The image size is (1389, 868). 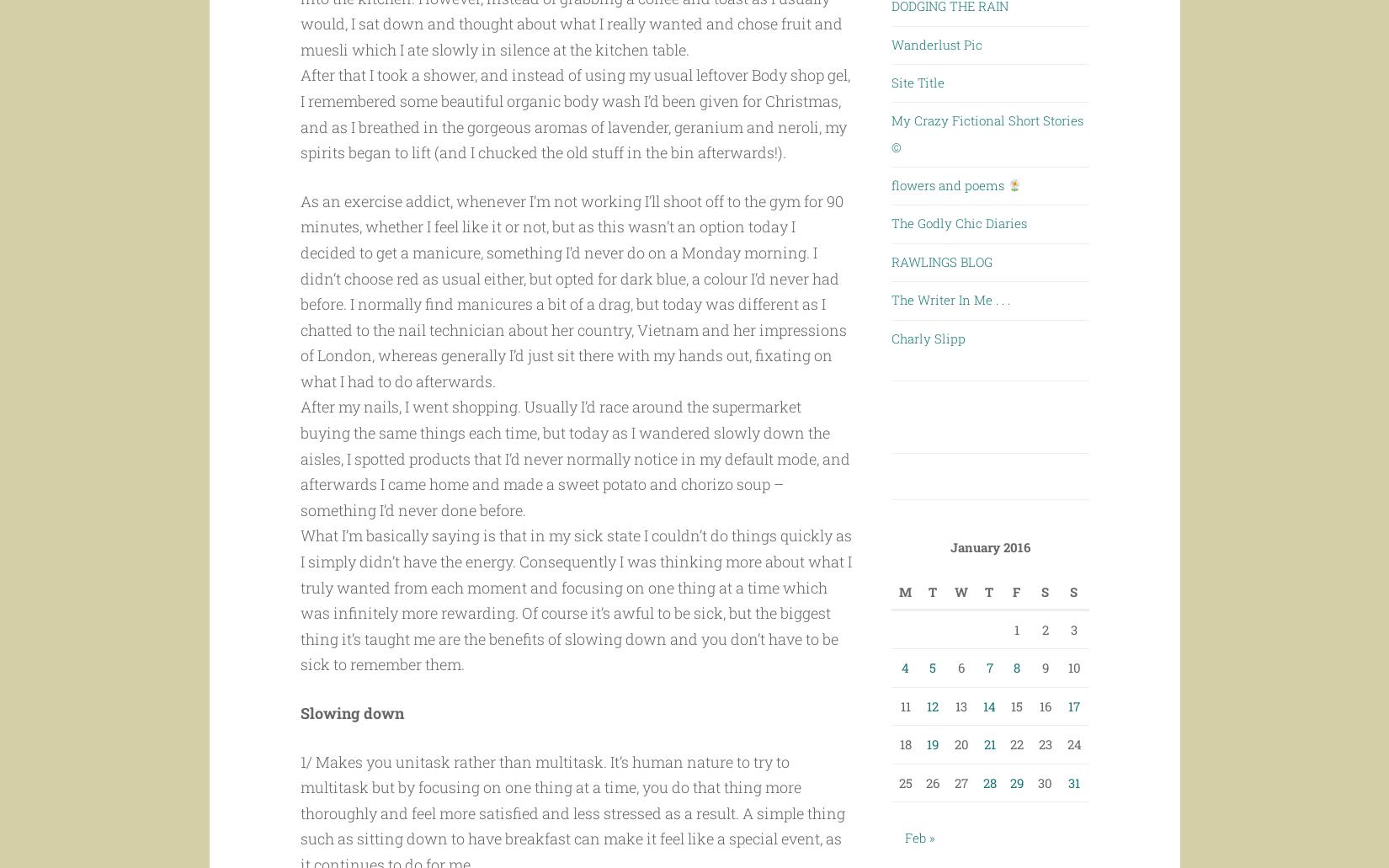 I want to click on 'Wanderlust Pic', so click(x=891, y=43).